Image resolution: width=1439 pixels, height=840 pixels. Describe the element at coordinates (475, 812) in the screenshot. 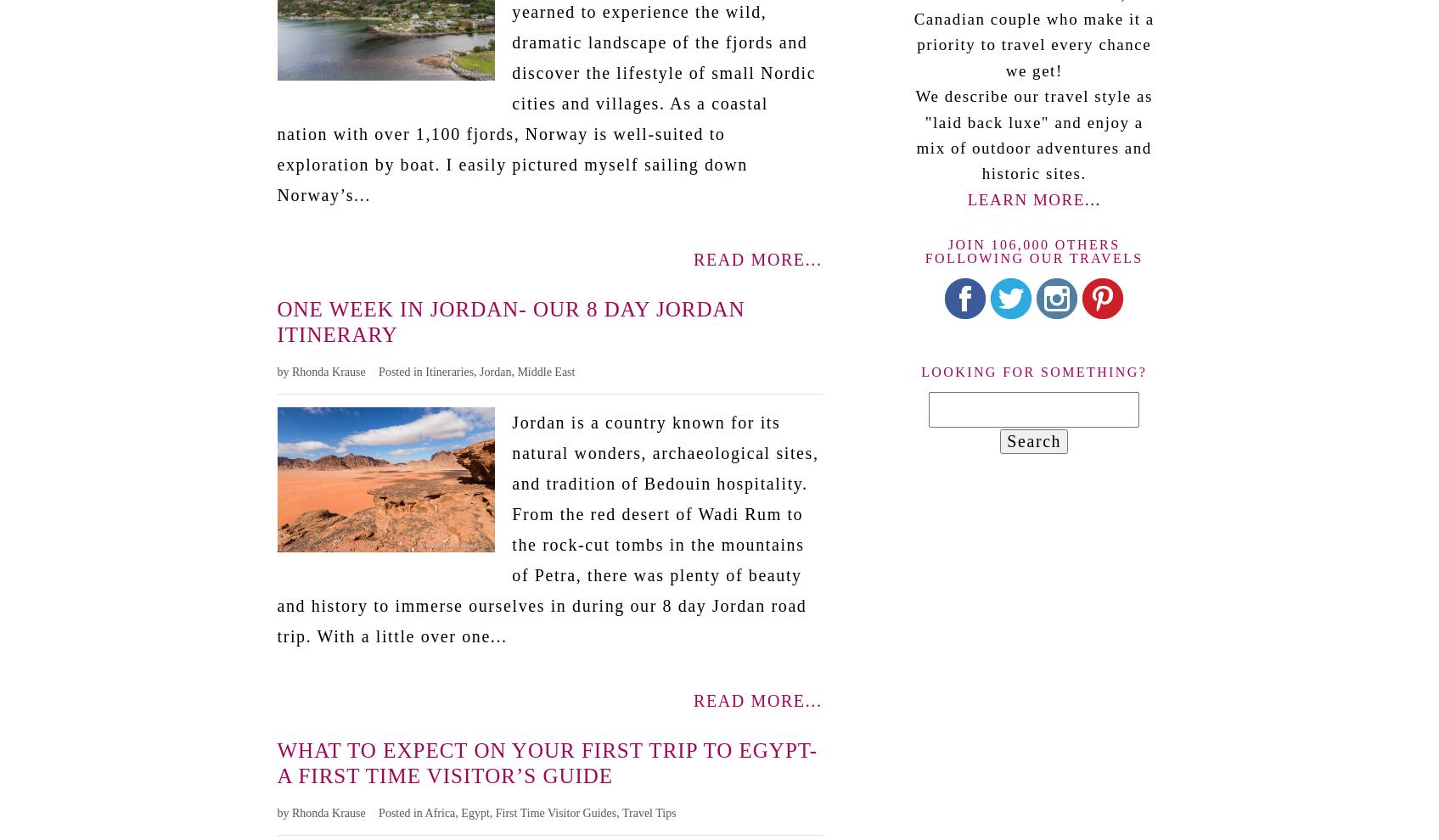

I see `'Egypt'` at that location.